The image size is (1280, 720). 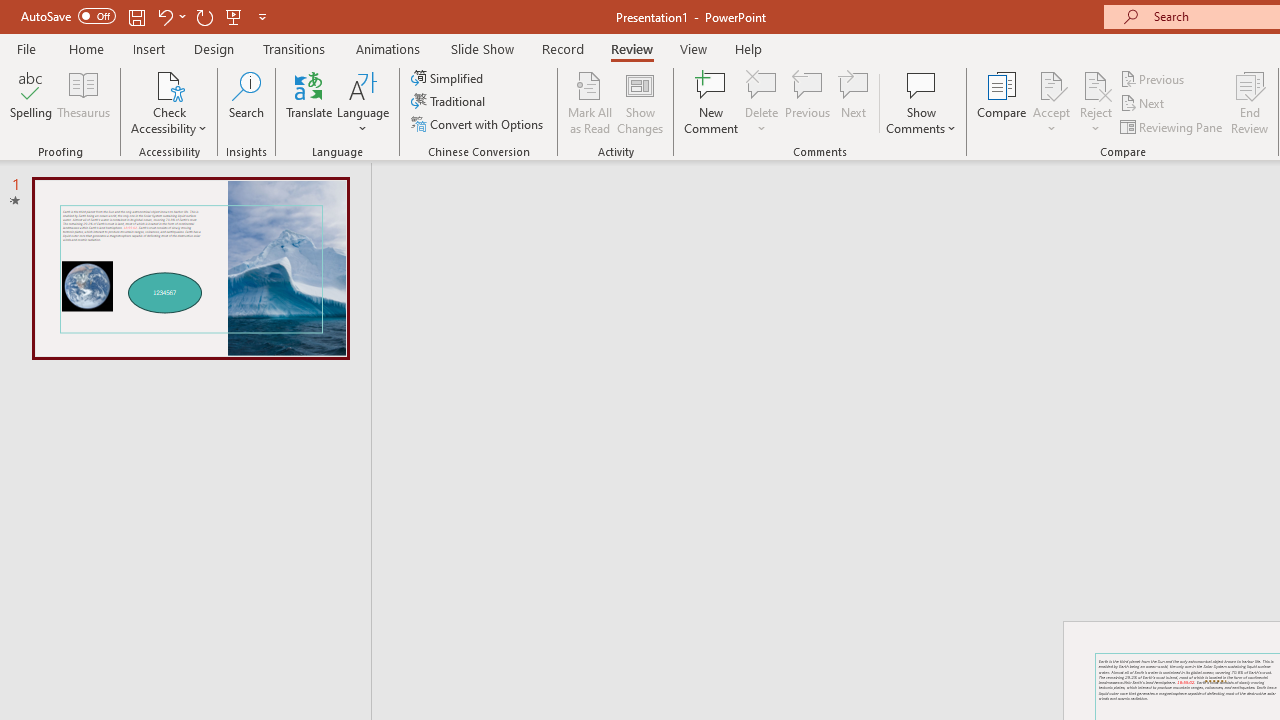 I want to click on 'Reject', so click(x=1095, y=103).